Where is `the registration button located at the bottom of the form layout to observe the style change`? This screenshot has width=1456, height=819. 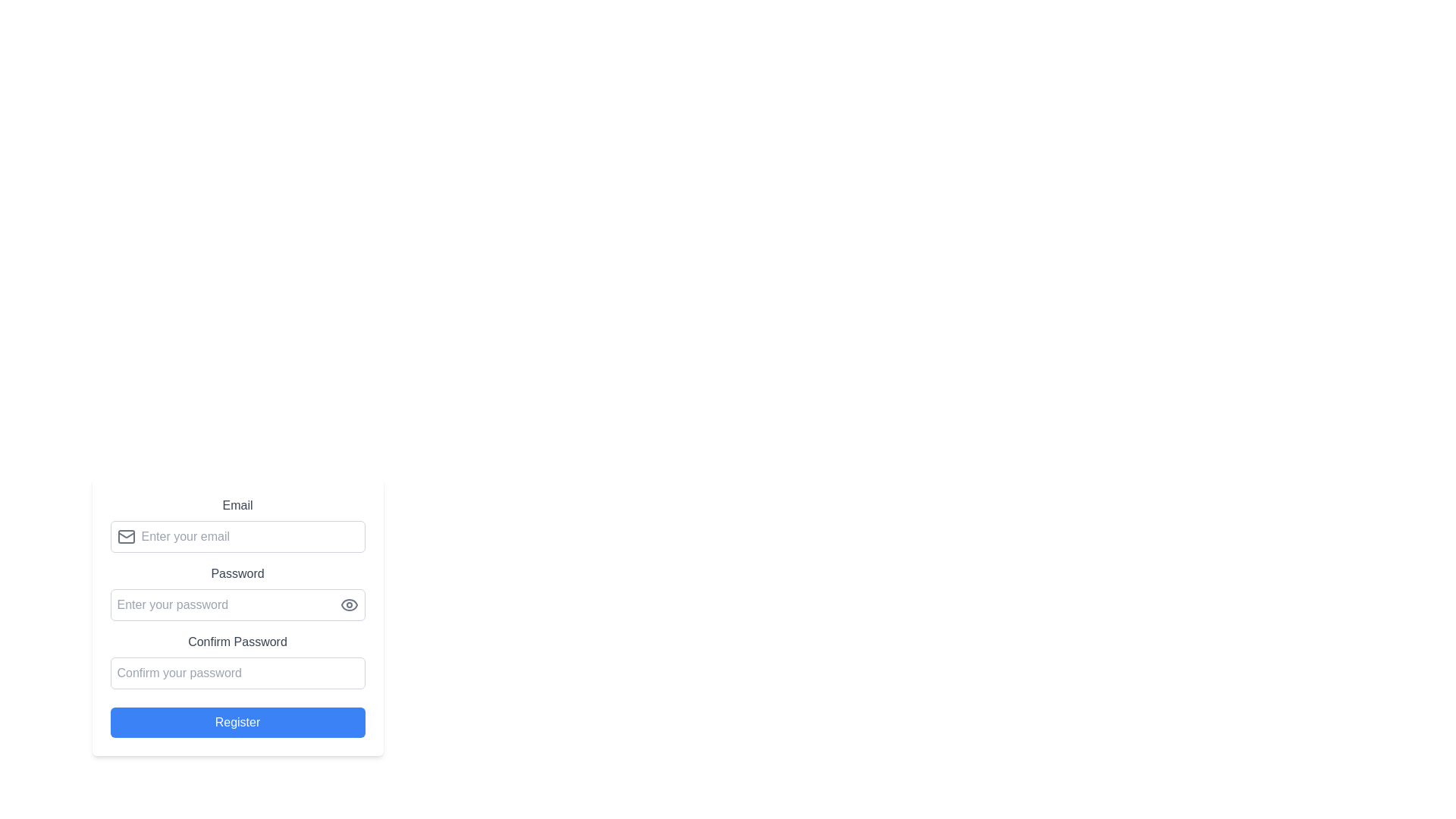
the registration button located at the bottom of the form layout to observe the style change is located at coordinates (237, 721).